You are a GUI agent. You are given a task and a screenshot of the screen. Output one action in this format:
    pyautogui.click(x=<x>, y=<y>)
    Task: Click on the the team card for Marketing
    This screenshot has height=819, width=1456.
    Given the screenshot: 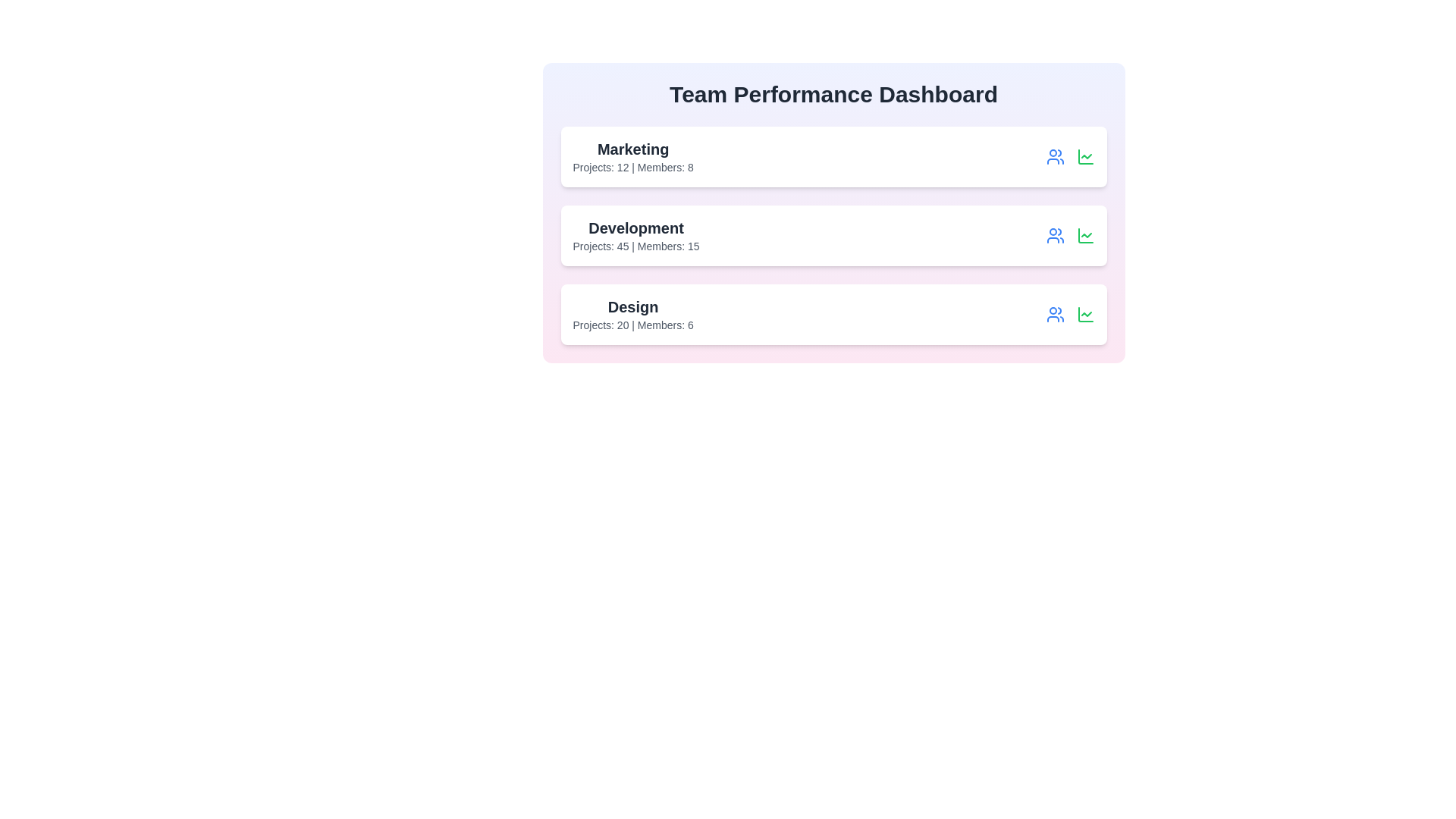 What is the action you would take?
    pyautogui.click(x=833, y=157)
    